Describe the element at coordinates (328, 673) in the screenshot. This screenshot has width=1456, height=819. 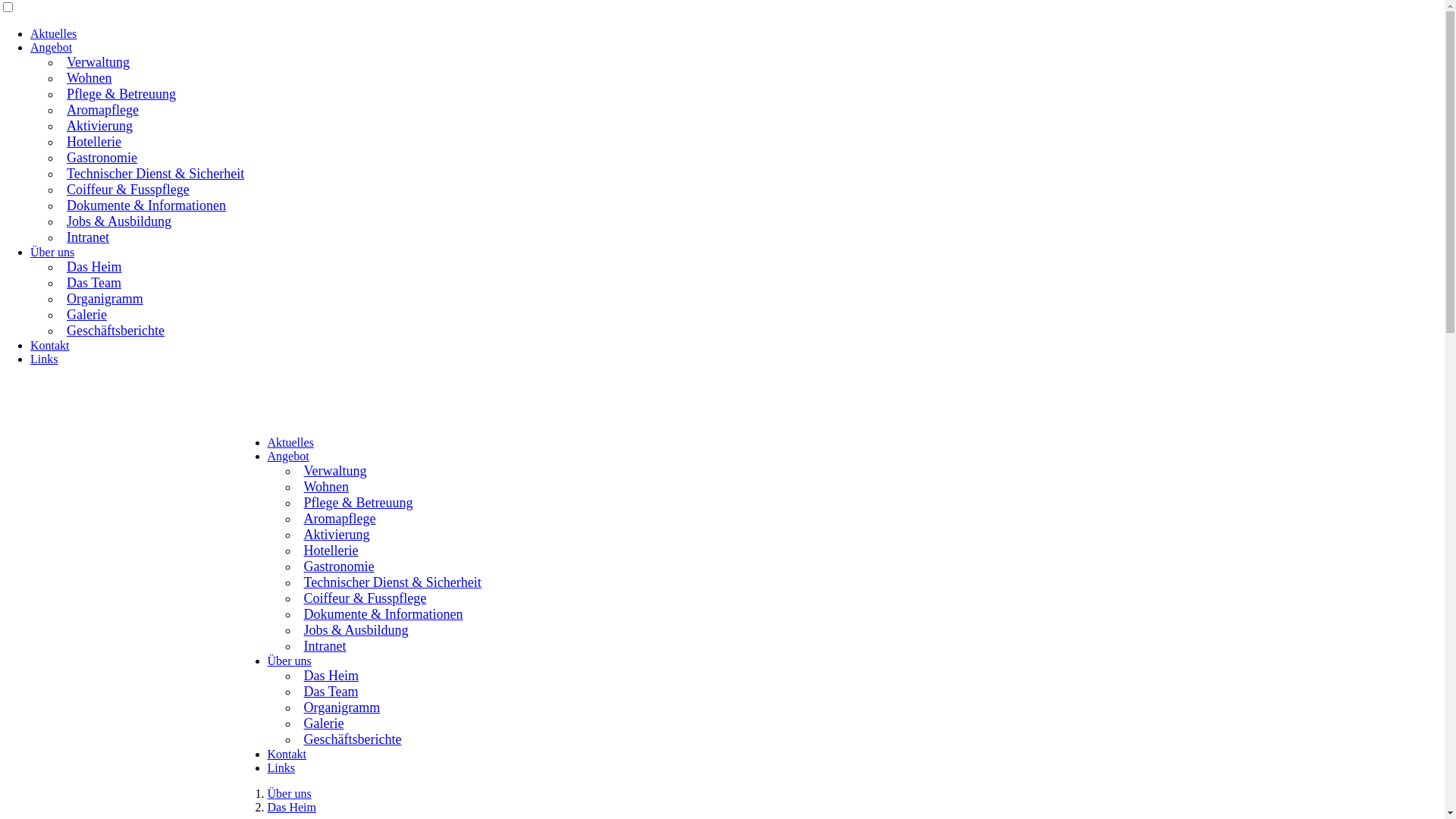
I see `'Das Heim'` at that location.